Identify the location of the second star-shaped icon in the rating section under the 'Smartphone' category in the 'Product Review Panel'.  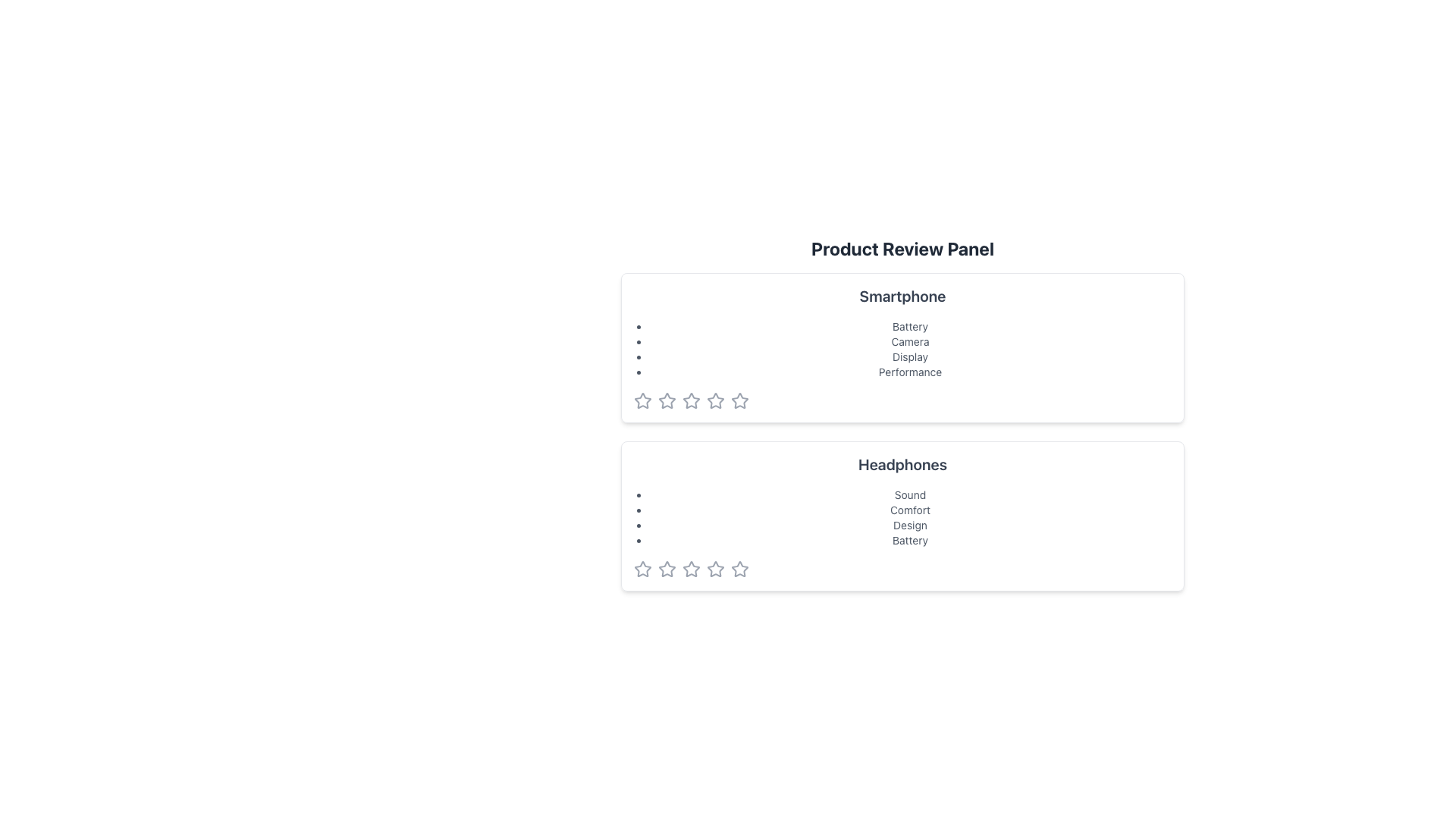
(715, 400).